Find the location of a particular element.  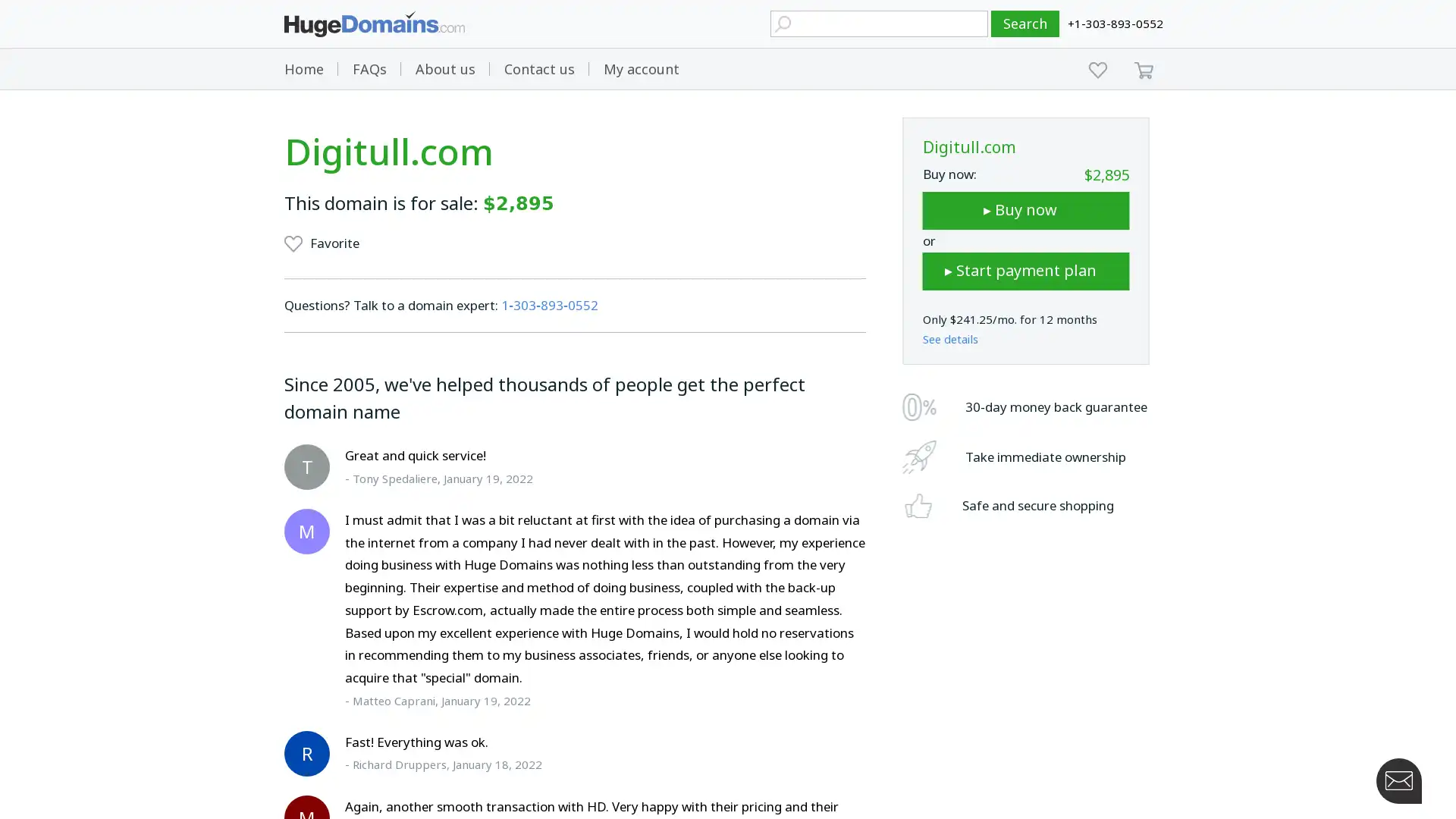

Search is located at coordinates (1025, 24).